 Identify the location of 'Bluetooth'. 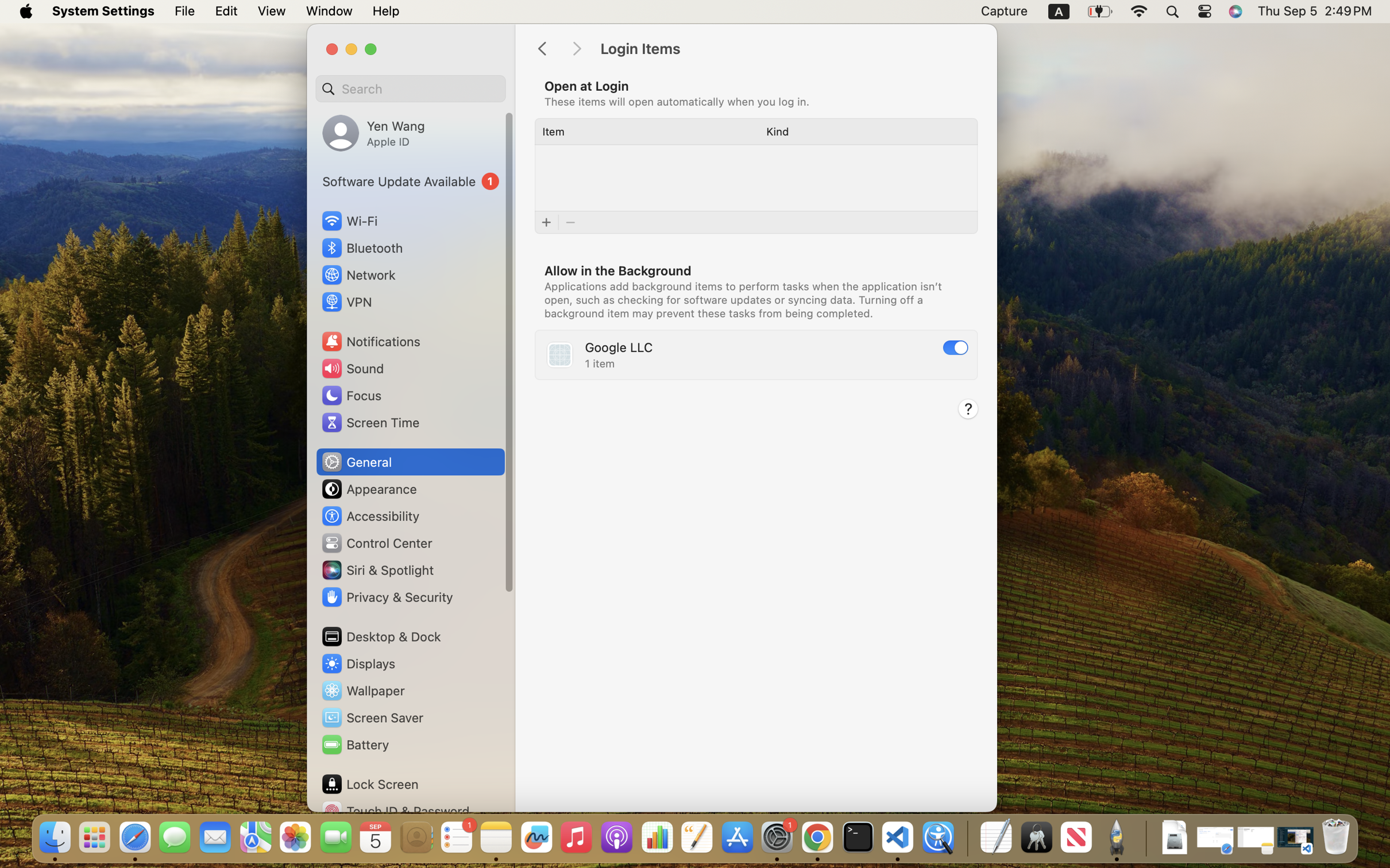
(361, 247).